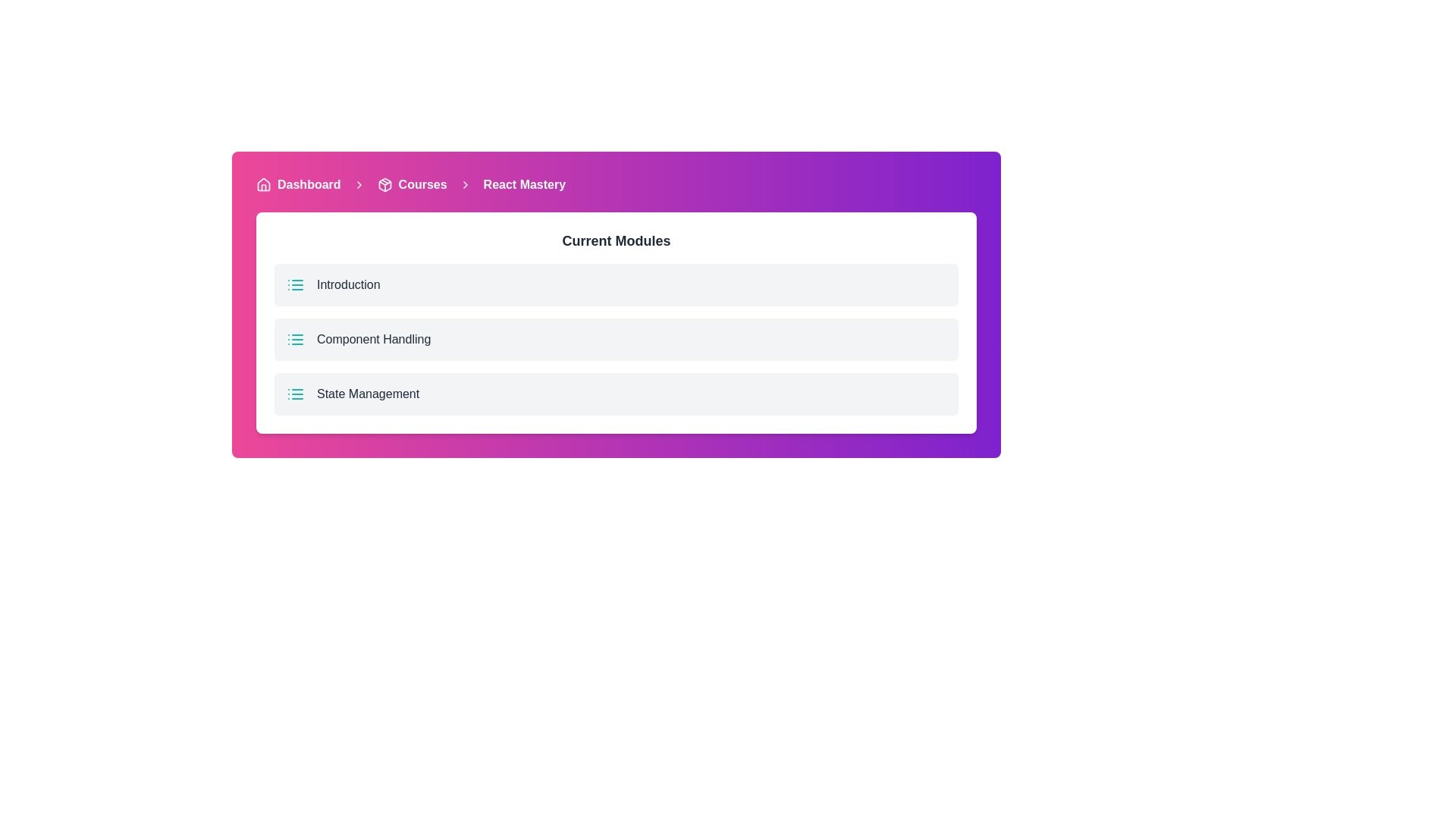 The height and width of the screenshot is (819, 1456). I want to click on the 'React Mastery' text label, which is a bold-styled label in white font located at the end of a breadcrumb navigation bar with a pink and purple gradient background, so click(524, 184).